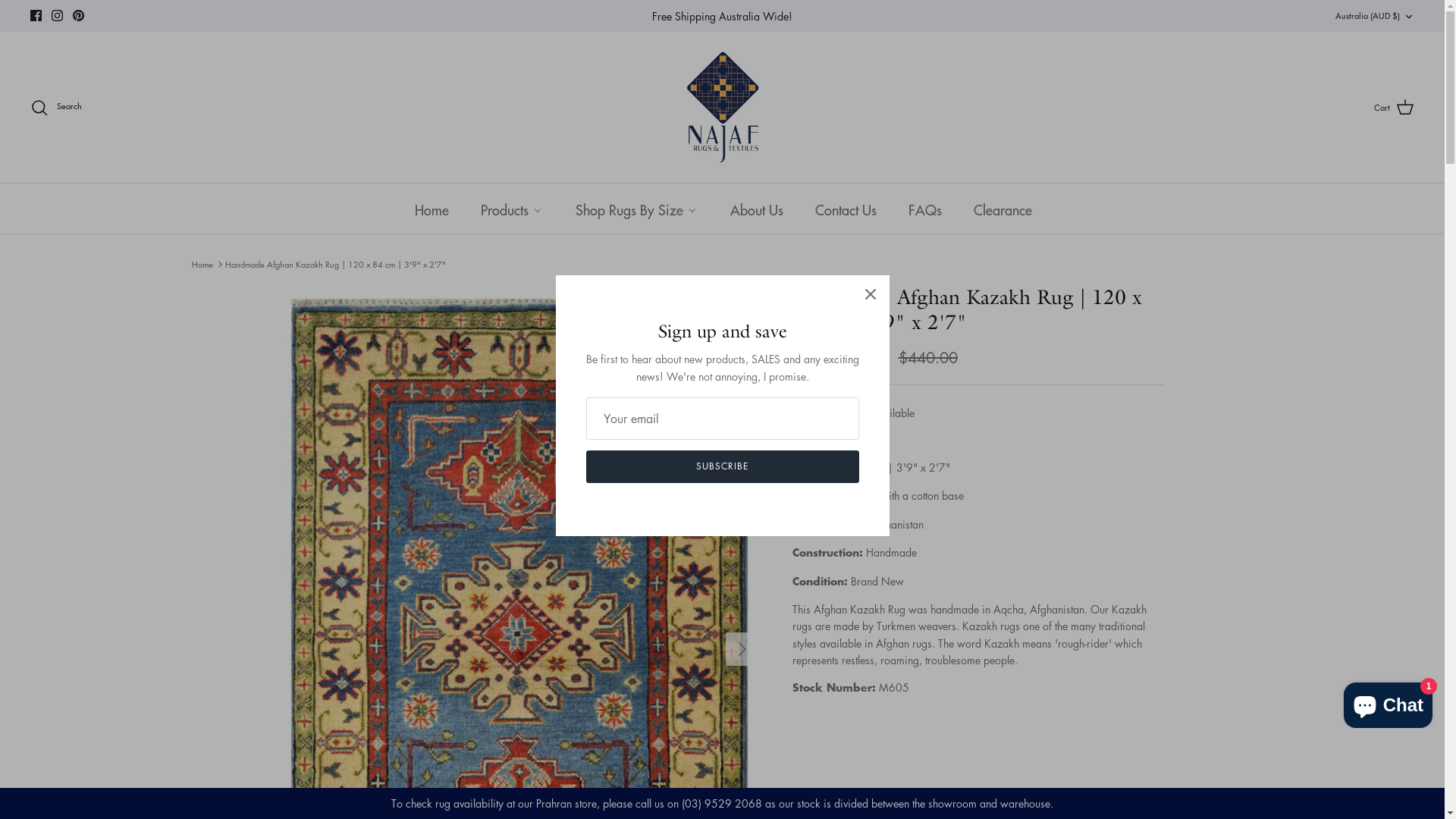 The image size is (1456, 819). I want to click on 'SUBSCRIBE', so click(720, 466).